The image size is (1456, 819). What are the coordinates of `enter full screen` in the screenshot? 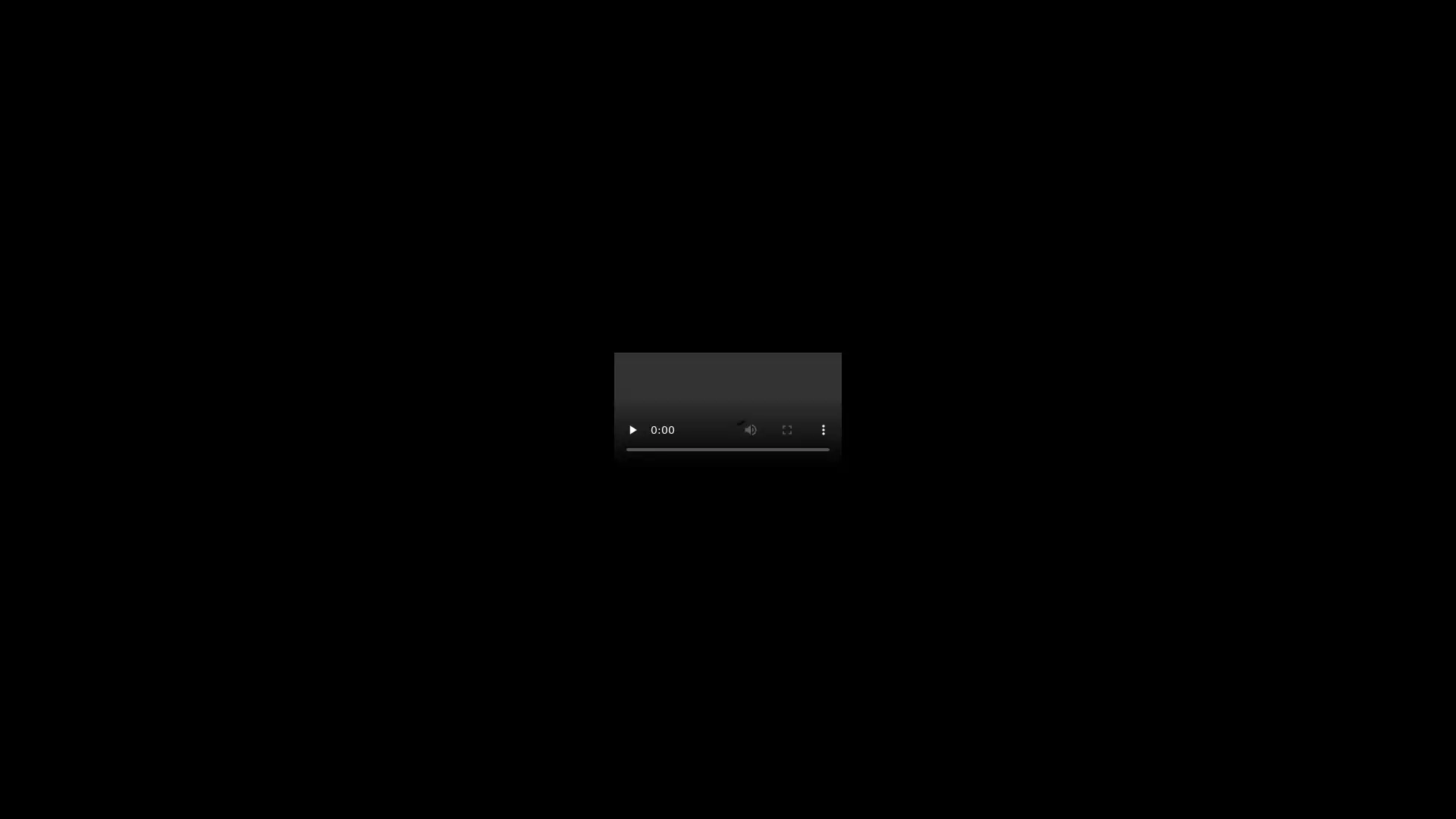 It's located at (786, 430).